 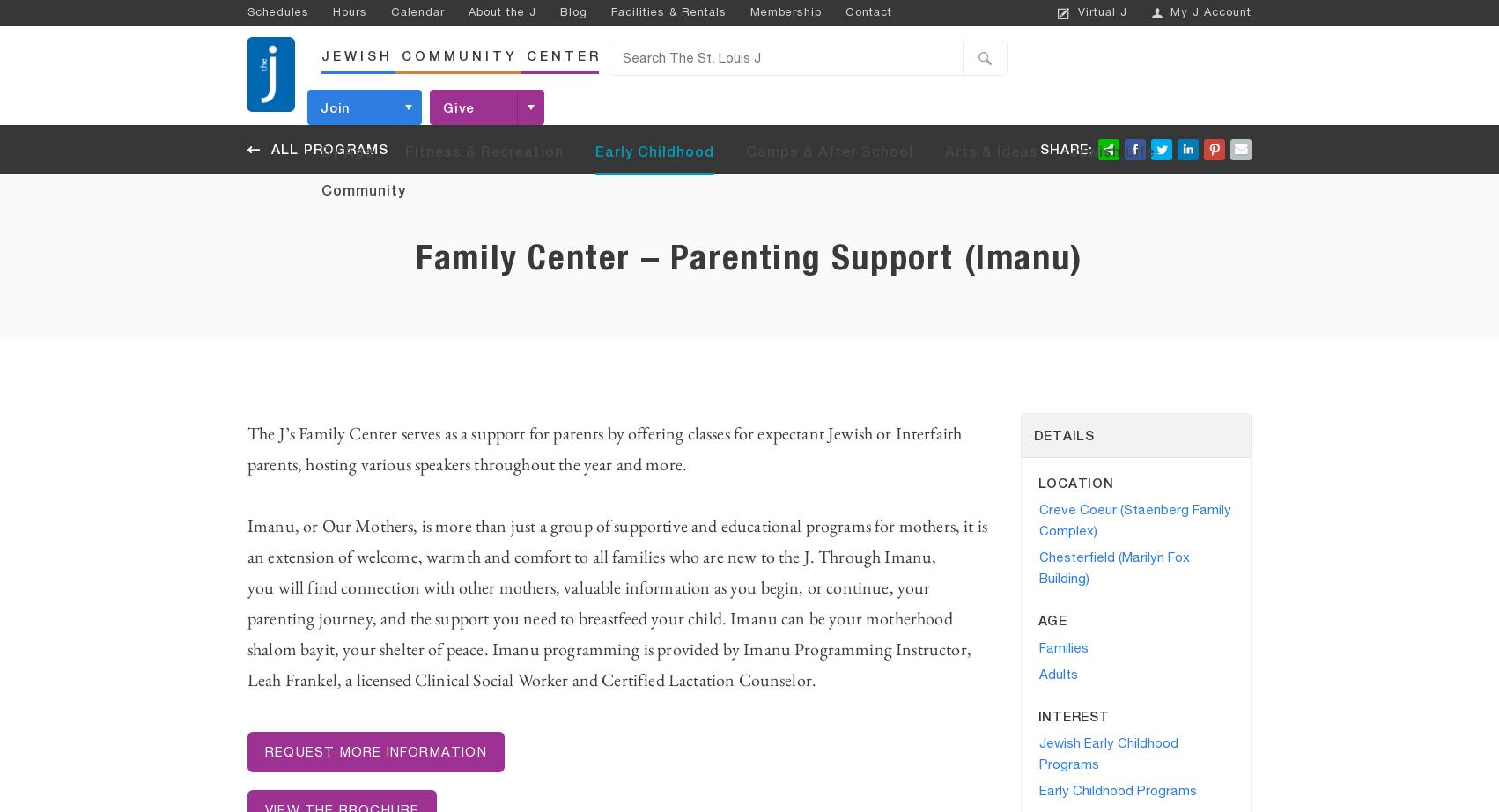 What do you see at coordinates (654, 152) in the screenshot?
I see `'Early Childhood'` at bounding box center [654, 152].